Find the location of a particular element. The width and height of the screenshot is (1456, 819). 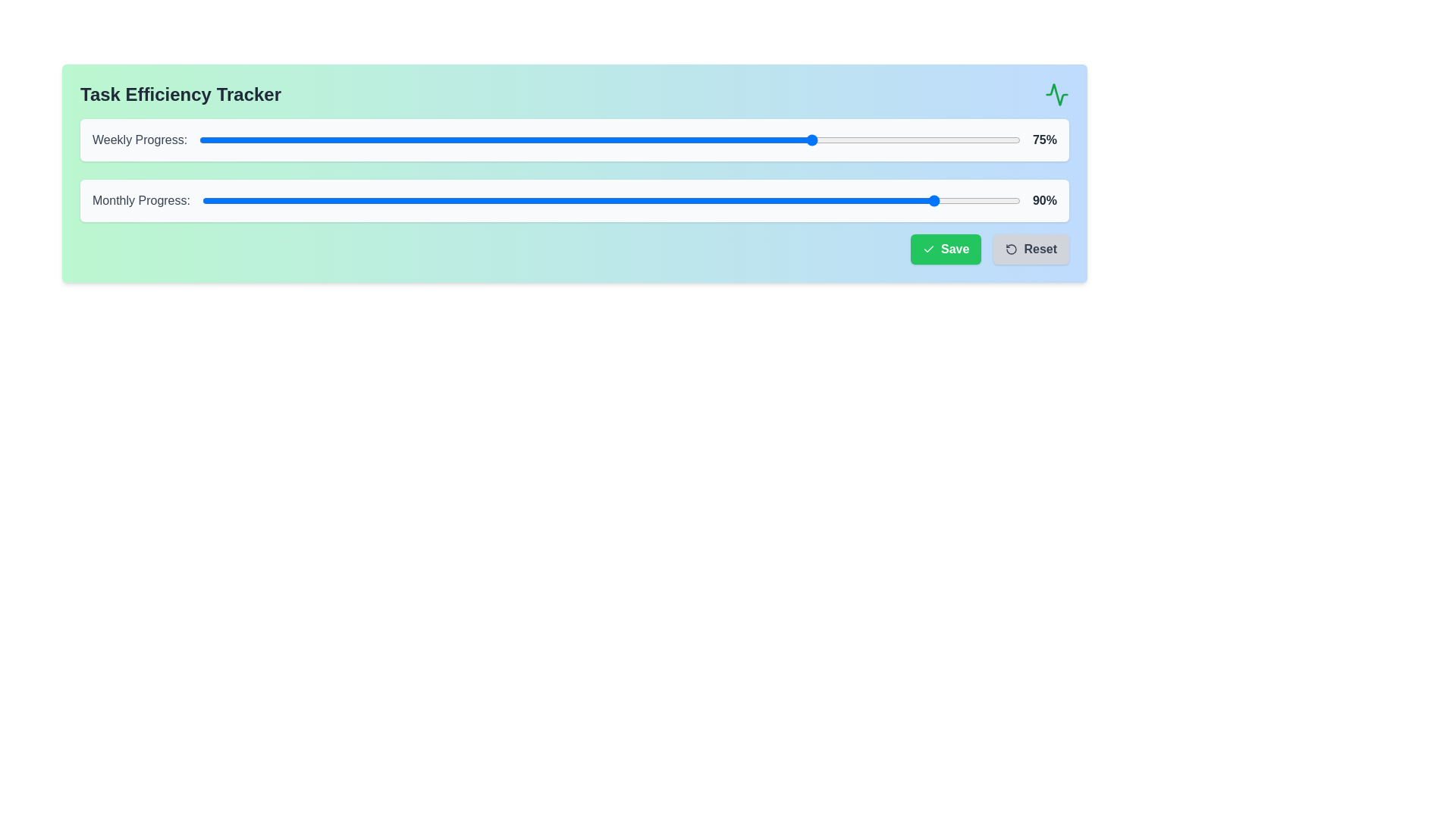

the Weekly Progress slider to 77% is located at coordinates (830, 140).